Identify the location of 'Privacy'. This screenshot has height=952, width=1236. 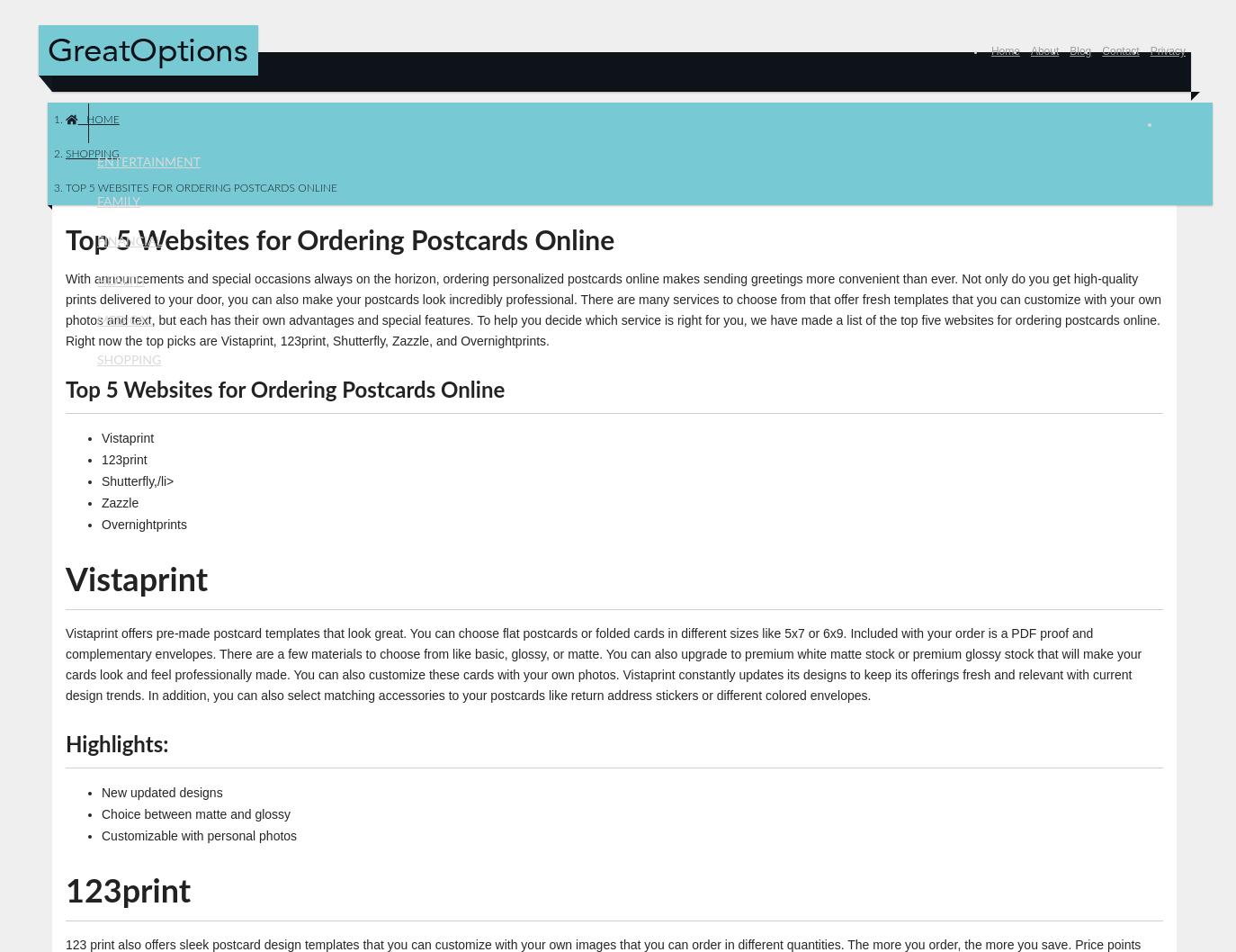
(1168, 51).